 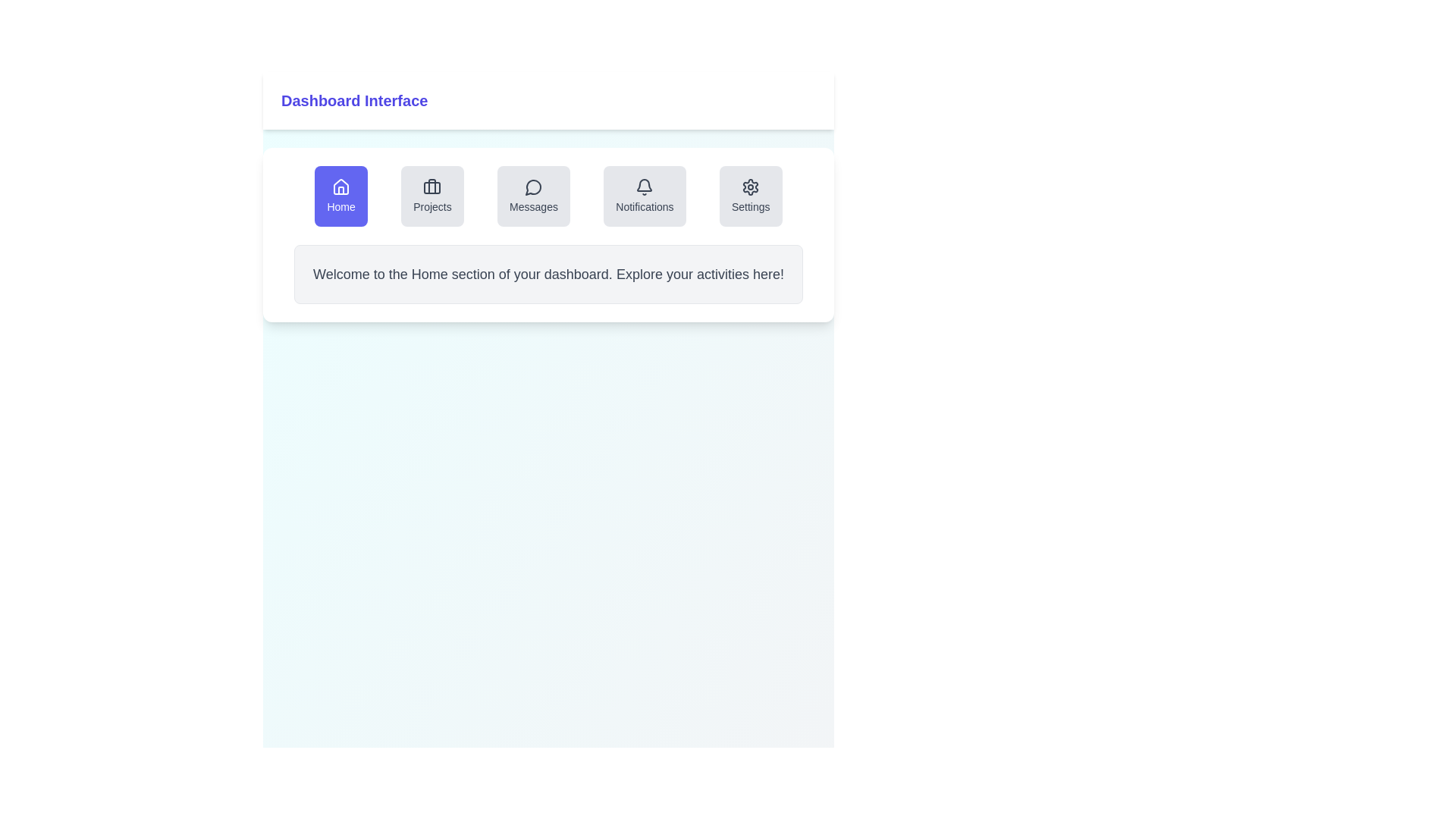 I want to click on text of the 'Notifications' label, which is displayed below the bell icon in the navigation options, so click(x=645, y=207).